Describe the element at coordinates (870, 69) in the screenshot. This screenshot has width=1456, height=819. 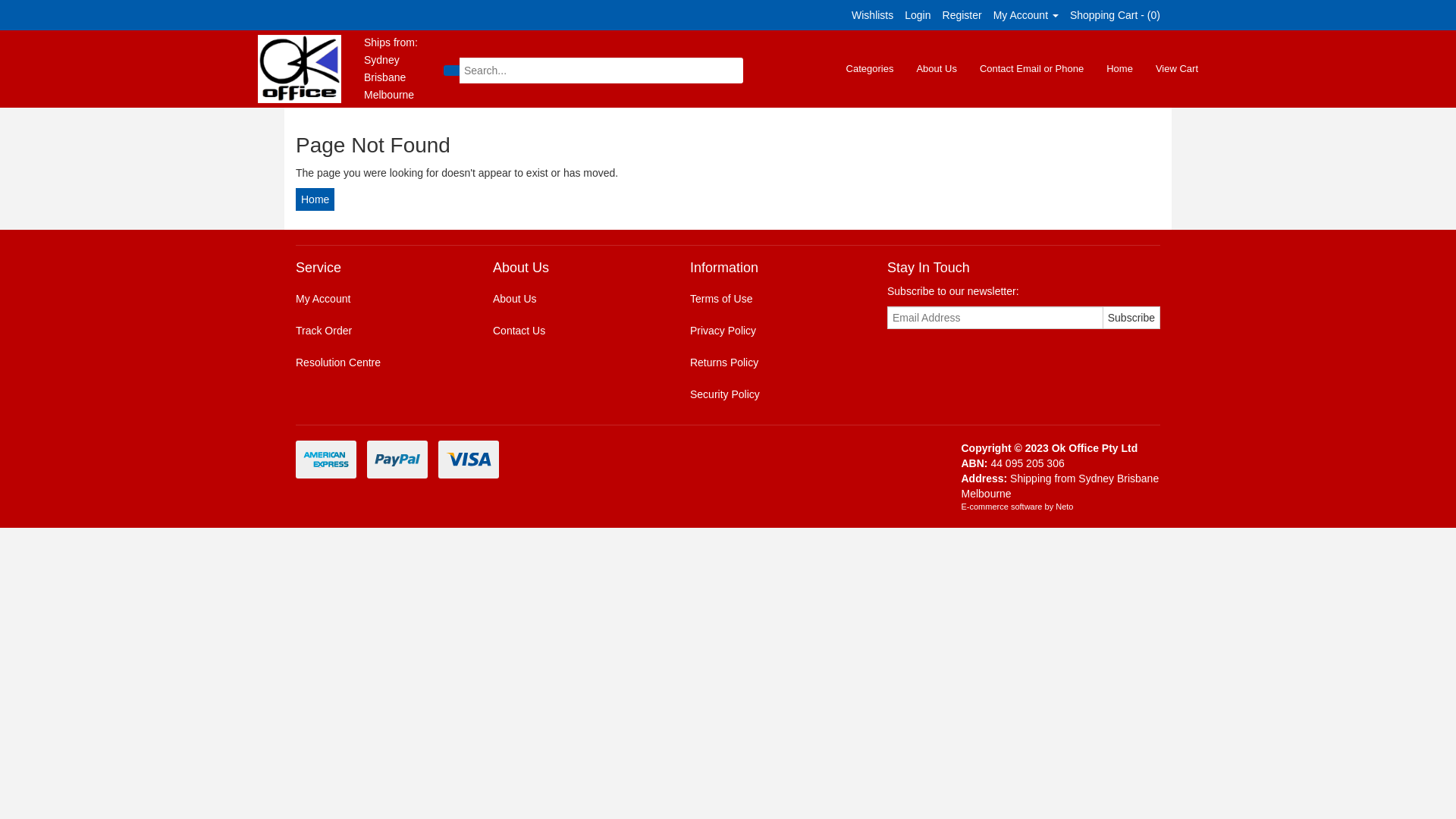
I see `'Categories'` at that location.